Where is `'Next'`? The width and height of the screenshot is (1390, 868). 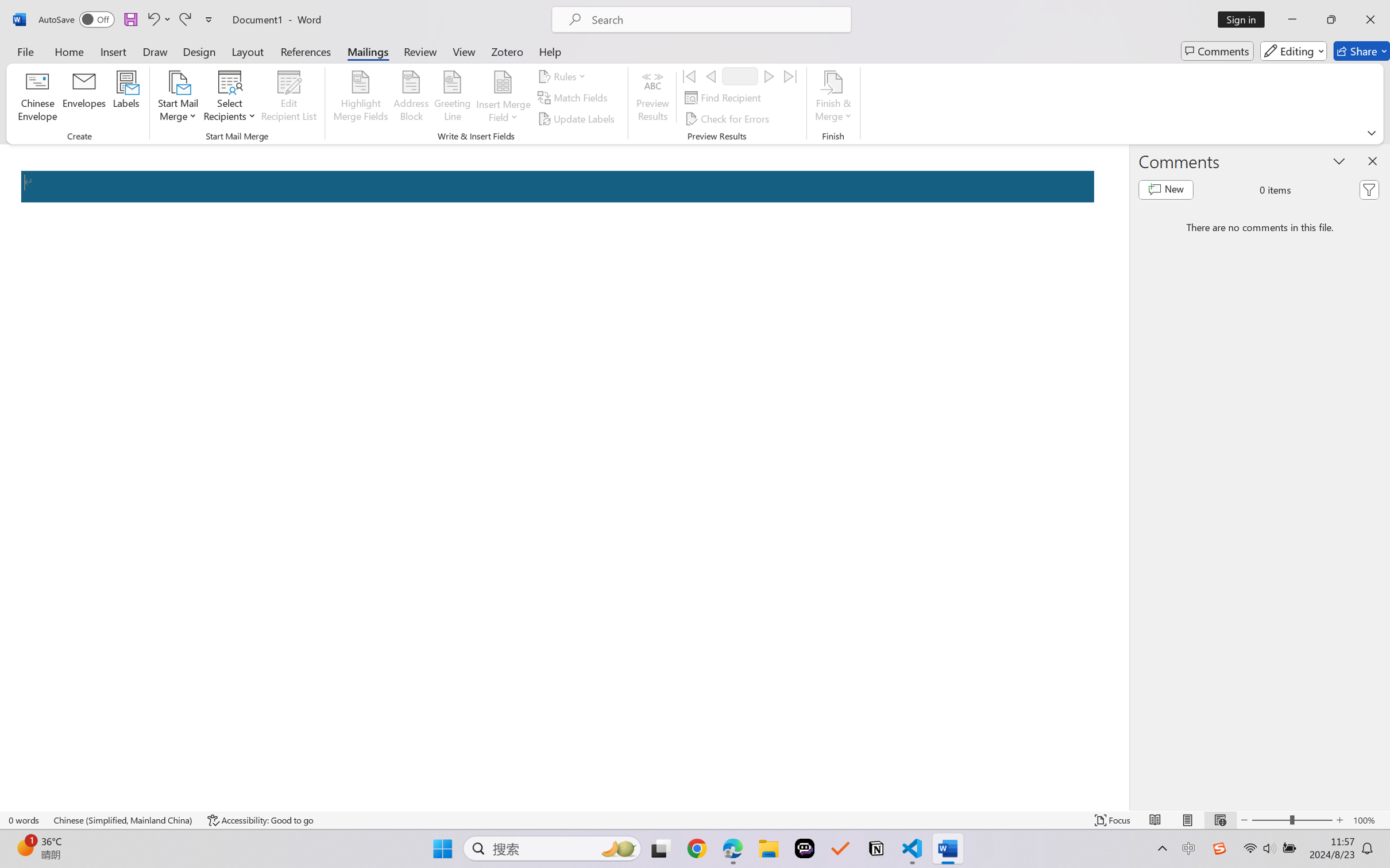 'Next' is located at coordinates (769, 75).